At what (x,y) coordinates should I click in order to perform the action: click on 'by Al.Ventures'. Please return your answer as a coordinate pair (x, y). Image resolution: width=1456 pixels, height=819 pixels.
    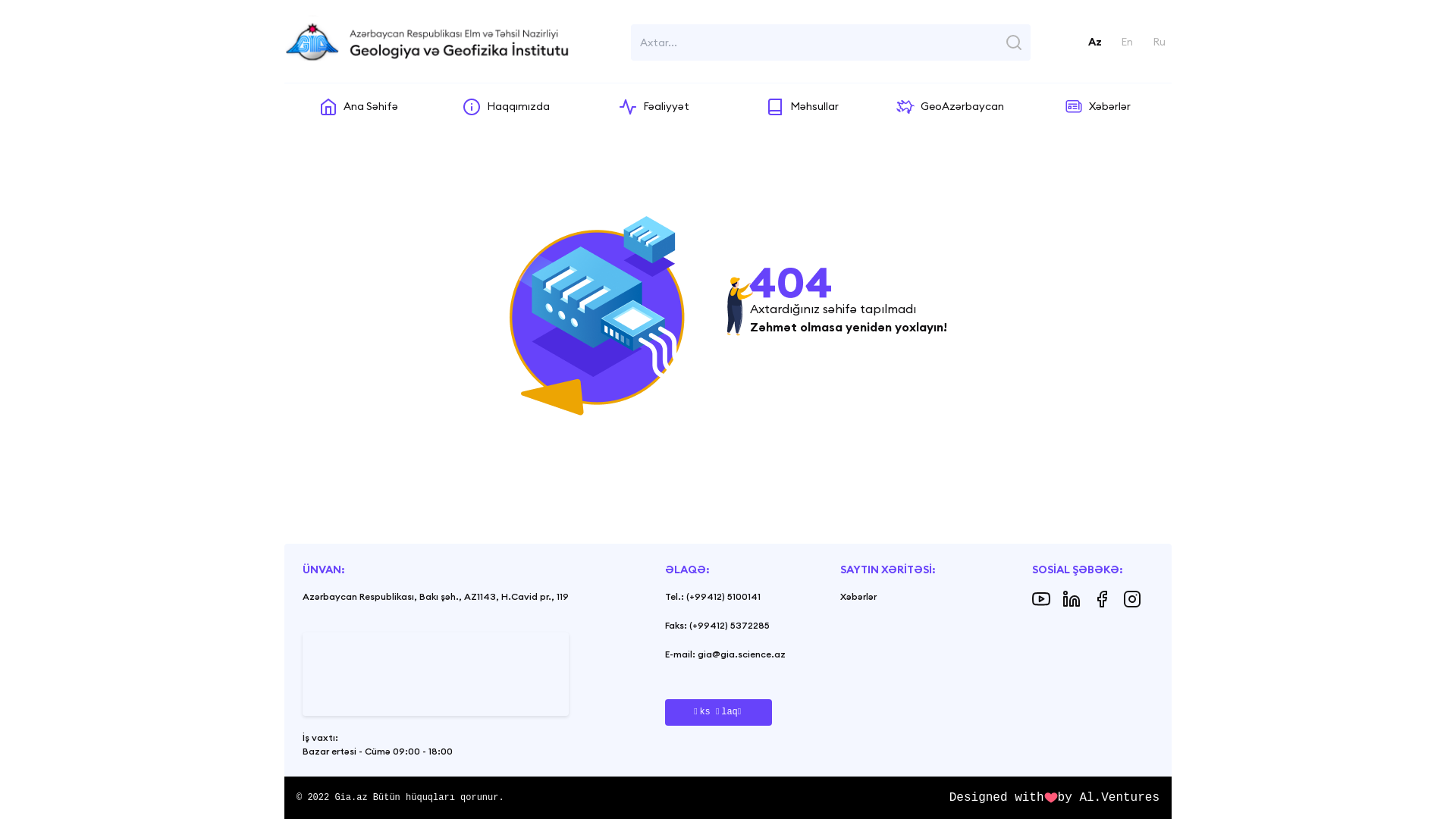
    Looking at the image, I should click on (1109, 797).